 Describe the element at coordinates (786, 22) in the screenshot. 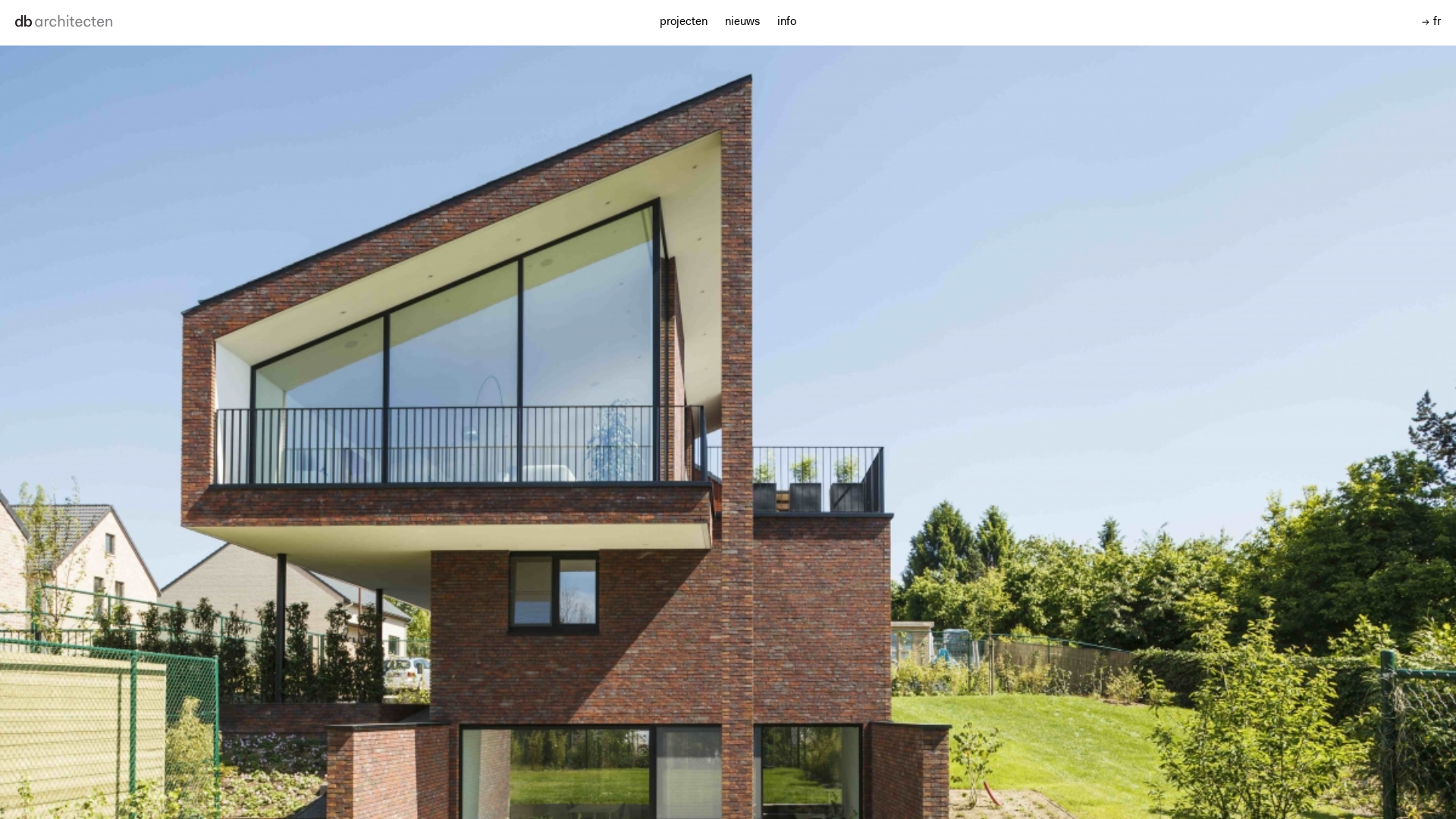

I see `'info'` at that location.